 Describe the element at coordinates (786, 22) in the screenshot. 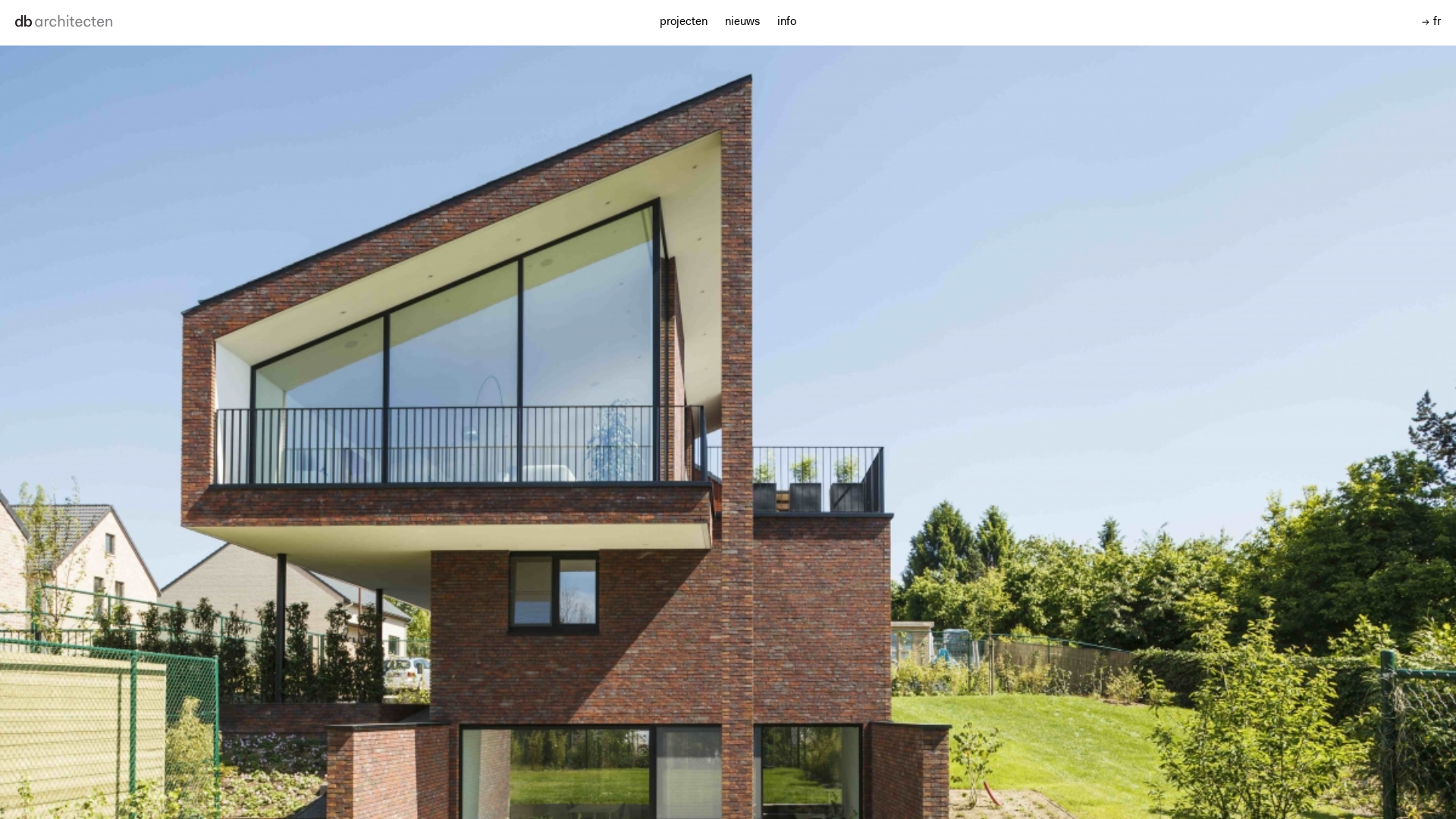

I see `'info'` at that location.